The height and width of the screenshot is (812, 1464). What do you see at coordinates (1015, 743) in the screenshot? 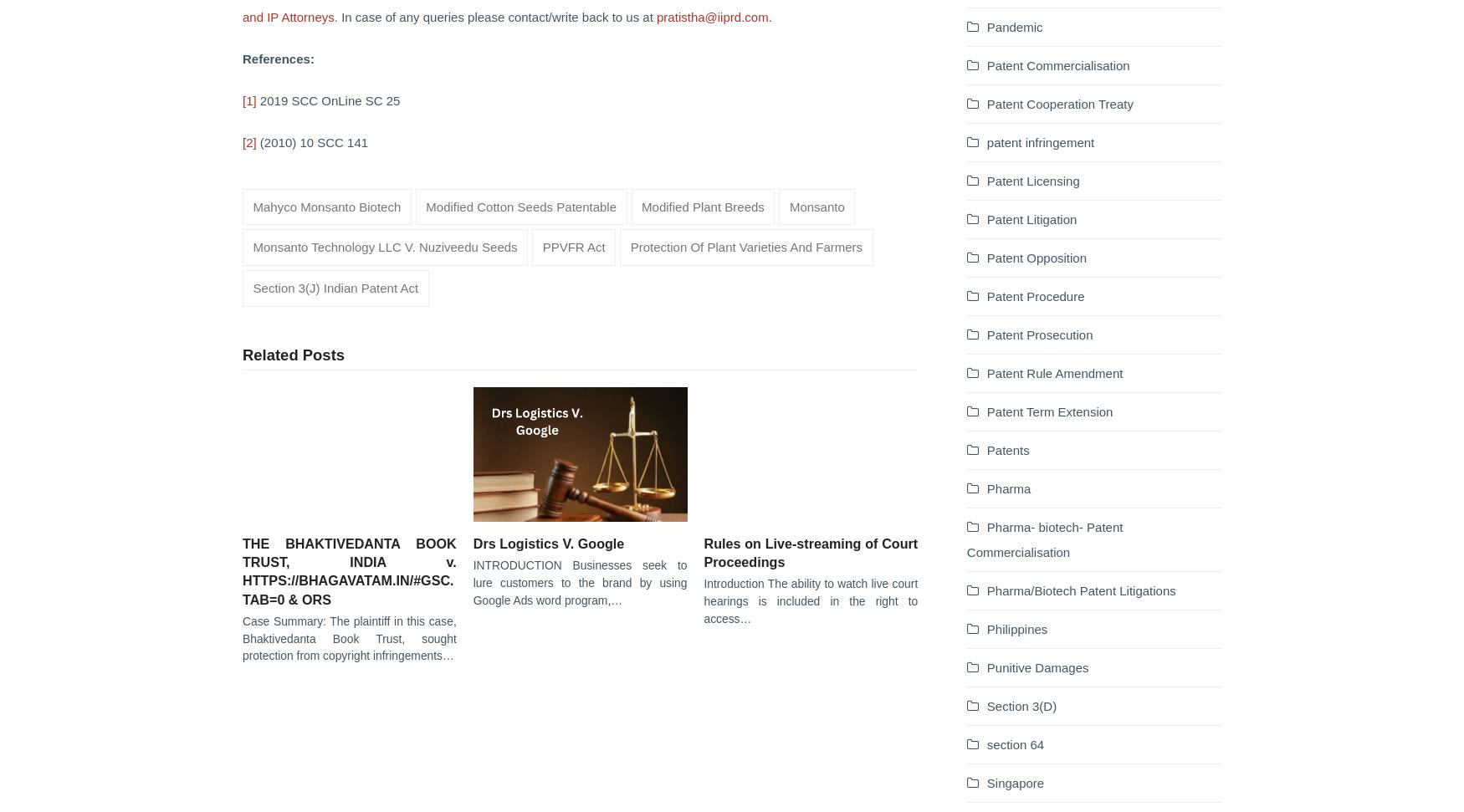
I see `'section 64'` at bounding box center [1015, 743].